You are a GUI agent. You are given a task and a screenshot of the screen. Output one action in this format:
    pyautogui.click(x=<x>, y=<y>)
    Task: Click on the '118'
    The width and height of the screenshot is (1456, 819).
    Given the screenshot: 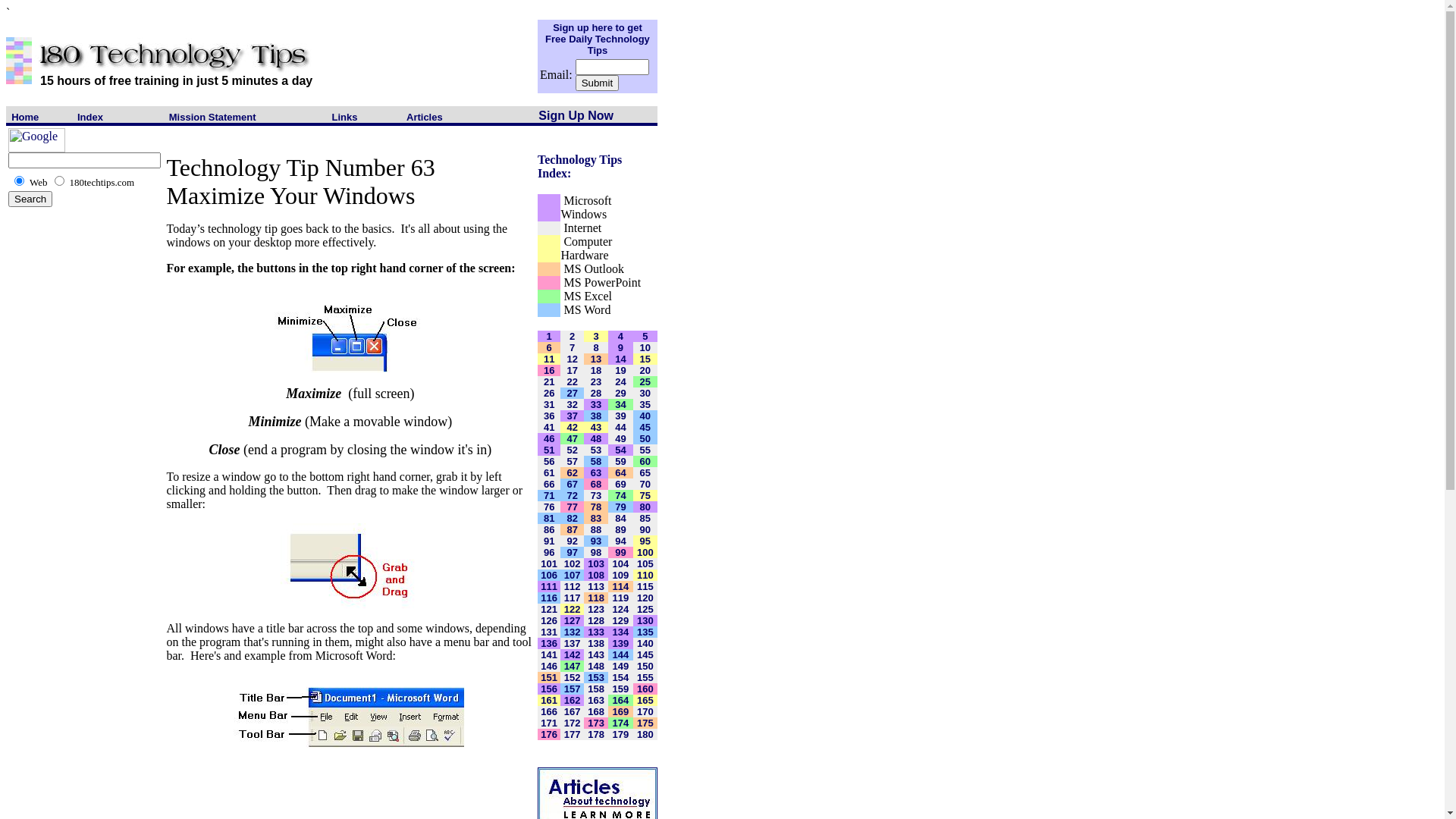 What is the action you would take?
    pyautogui.click(x=595, y=596)
    